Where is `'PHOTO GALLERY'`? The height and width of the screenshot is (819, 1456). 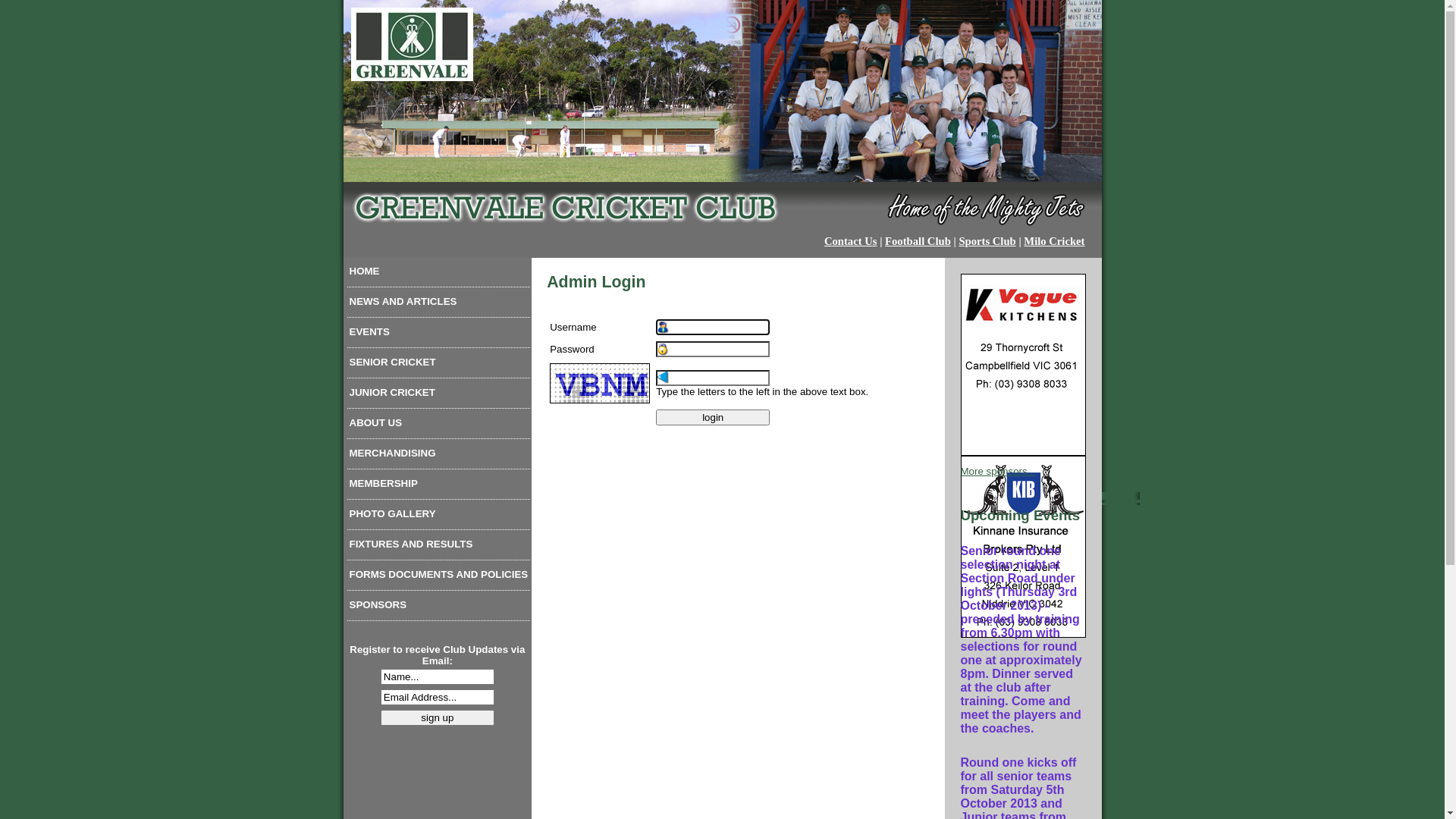
'PHOTO GALLERY' is located at coordinates (438, 516).